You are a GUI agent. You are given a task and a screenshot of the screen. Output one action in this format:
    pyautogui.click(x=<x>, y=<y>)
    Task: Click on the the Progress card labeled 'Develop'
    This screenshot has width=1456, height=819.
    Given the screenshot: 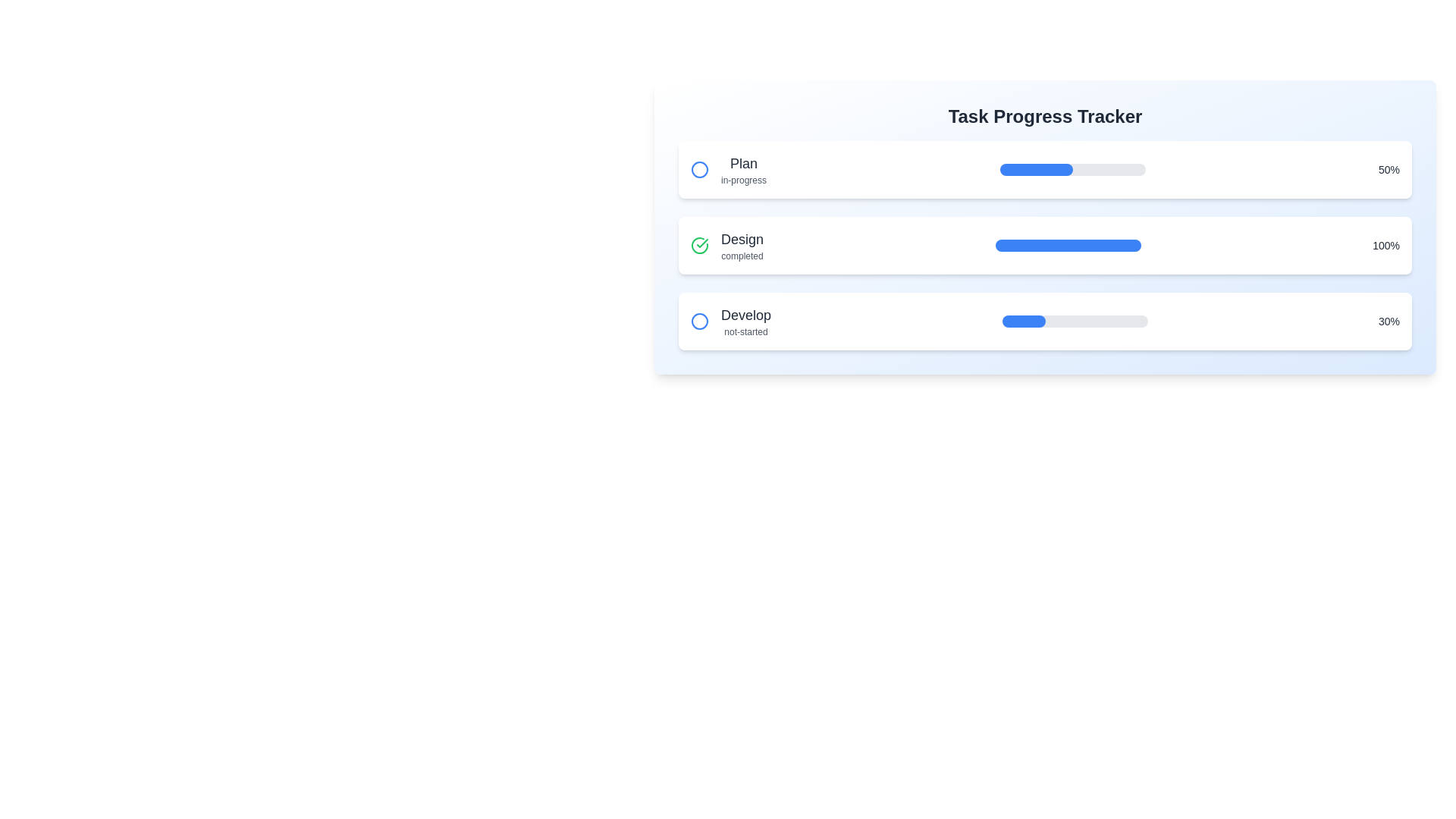 What is the action you would take?
    pyautogui.click(x=1044, y=321)
    